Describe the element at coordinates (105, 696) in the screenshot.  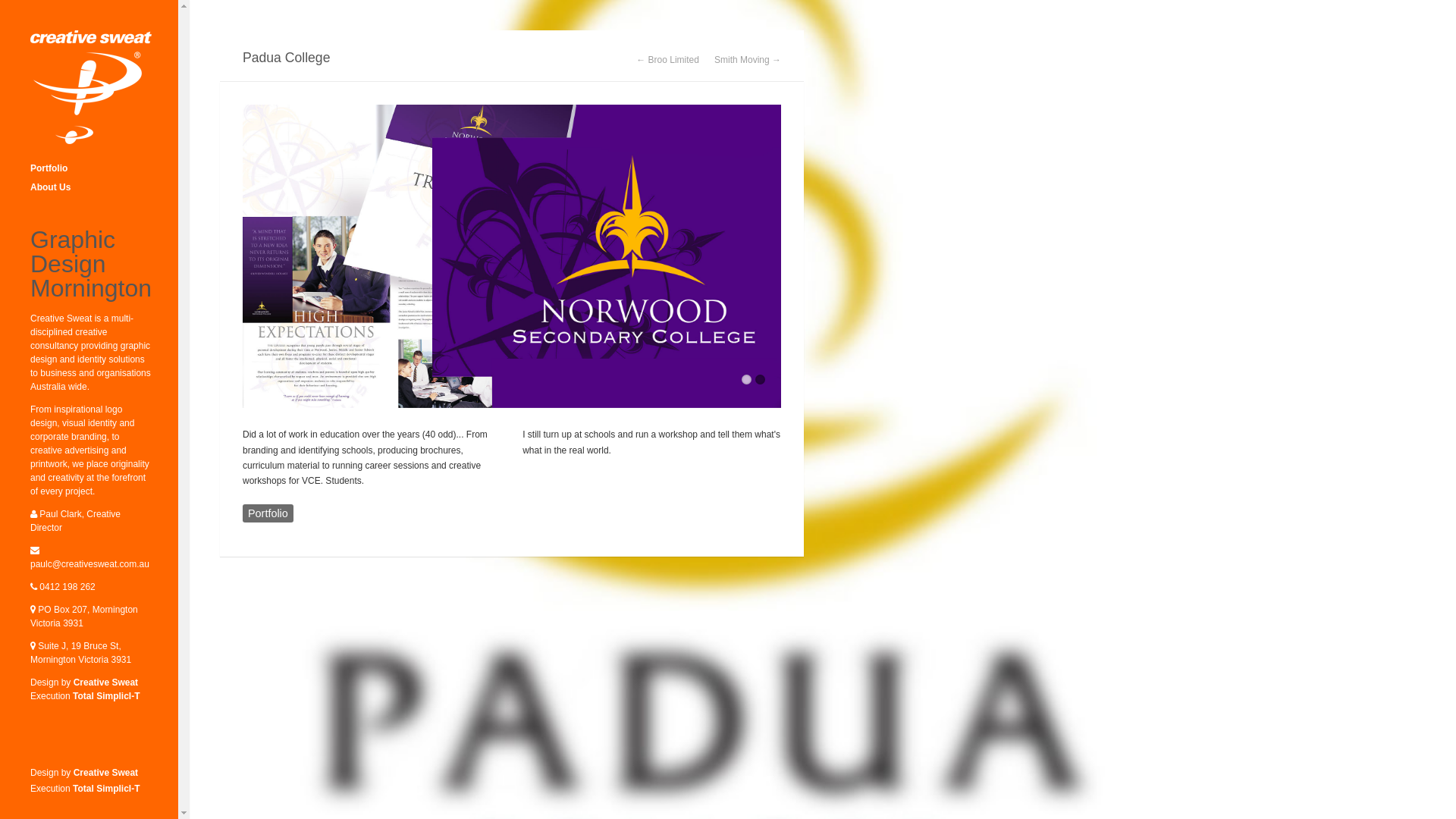
I see `'Total SimplicI-T'` at that location.